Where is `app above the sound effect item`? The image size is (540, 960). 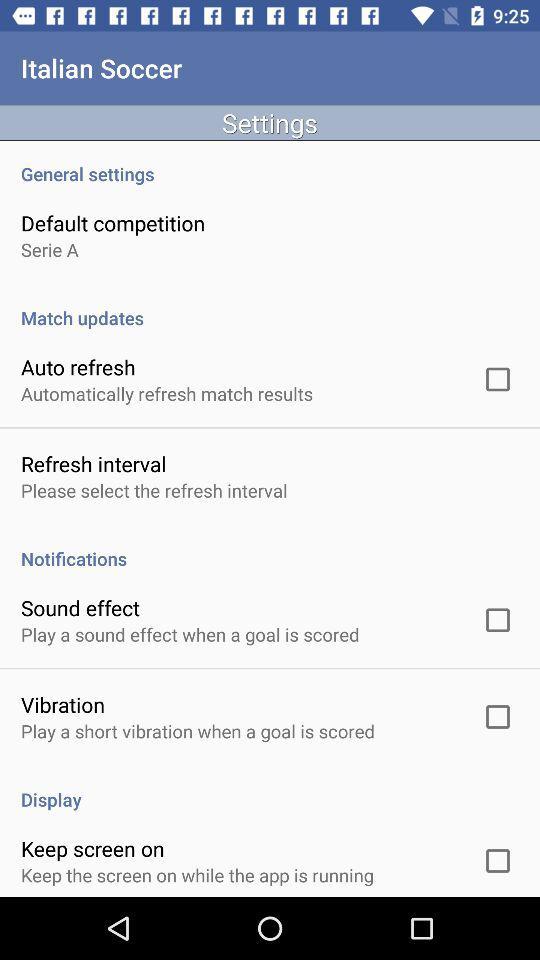
app above the sound effect item is located at coordinates (270, 548).